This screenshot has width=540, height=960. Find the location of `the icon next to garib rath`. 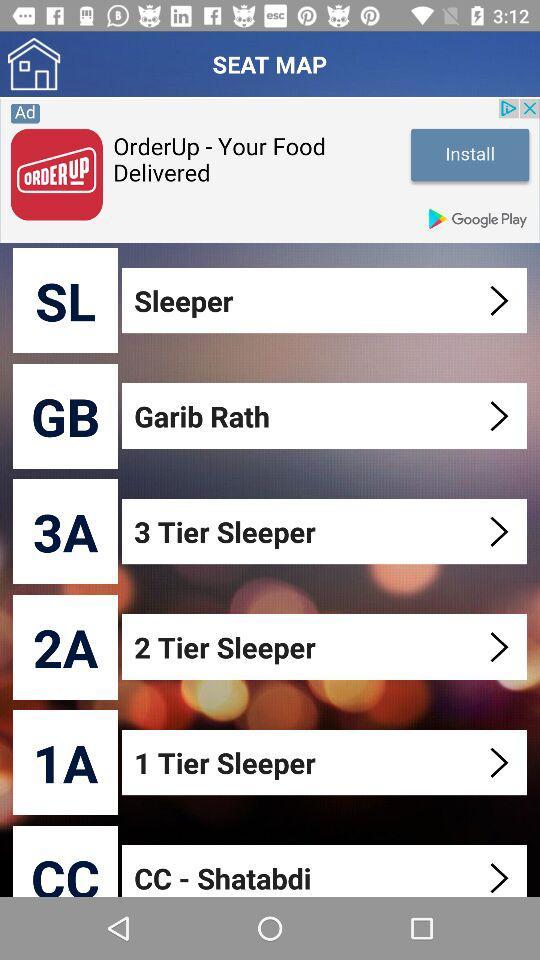

the icon next to garib rath is located at coordinates (65, 415).